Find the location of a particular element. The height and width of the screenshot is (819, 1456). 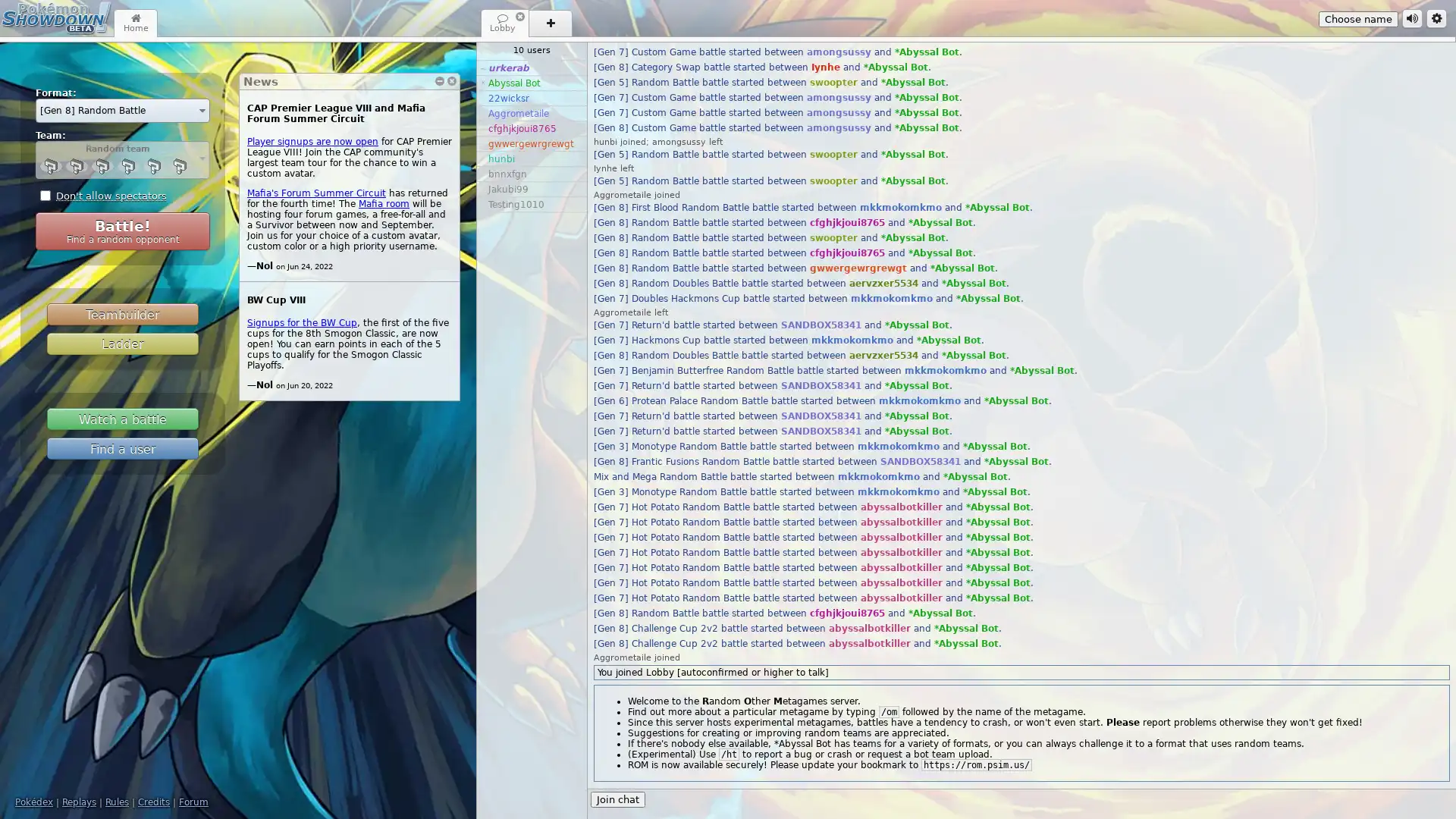

Jakubi99 is located at coordinates (532, 188).